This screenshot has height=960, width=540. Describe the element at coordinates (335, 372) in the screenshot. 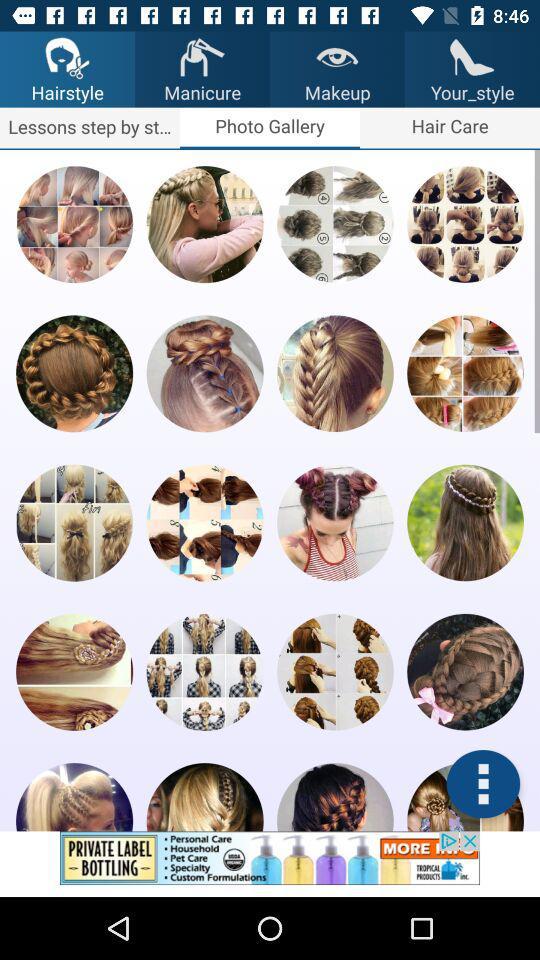

I see `open new page` at that location.